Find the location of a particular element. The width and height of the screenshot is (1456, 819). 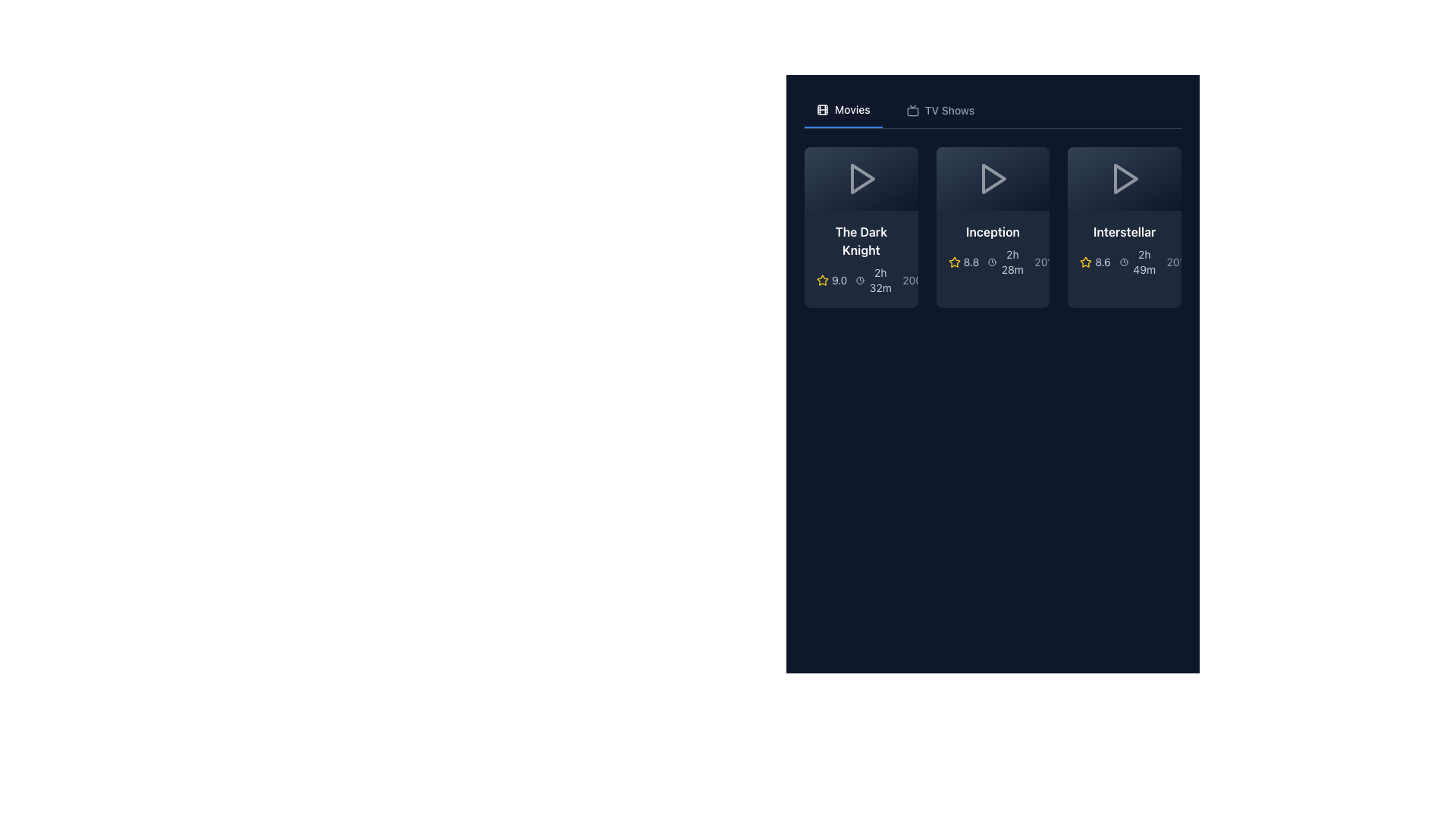

the numerical rating text '8.6' that appears bold and is located to the right of a golden star icon for the movie 'Interstellar' in the third column of the grid is located at coordinates (1103, 262).